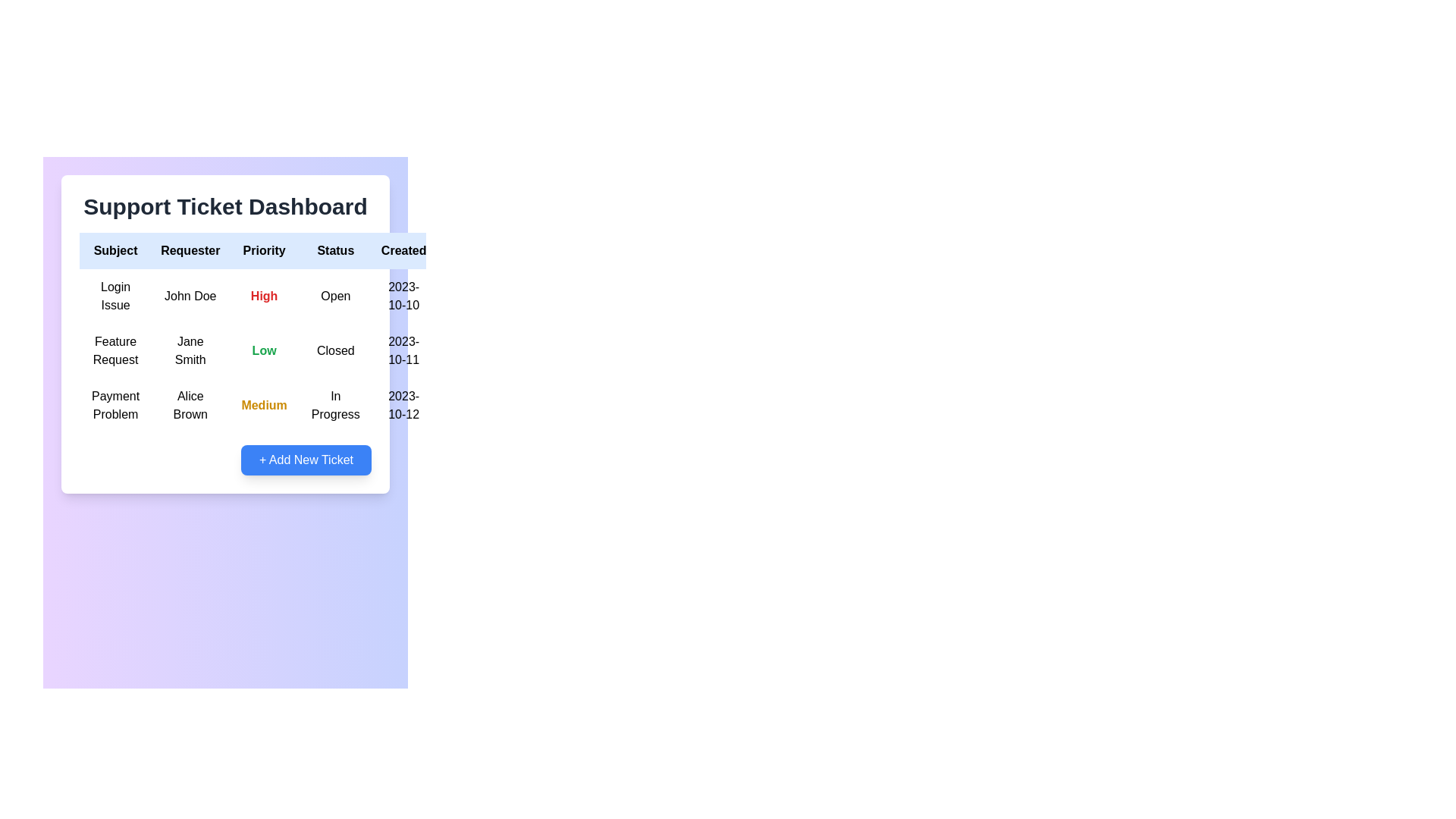 The image size is (1456, 819). What do you see at coordinates (224, 459) in the screenshot?
I see `the 'Add New Ticket' button located in the bottom-right section of the 'Support Ticket Dashboard'` at bounding box center [224, 459].